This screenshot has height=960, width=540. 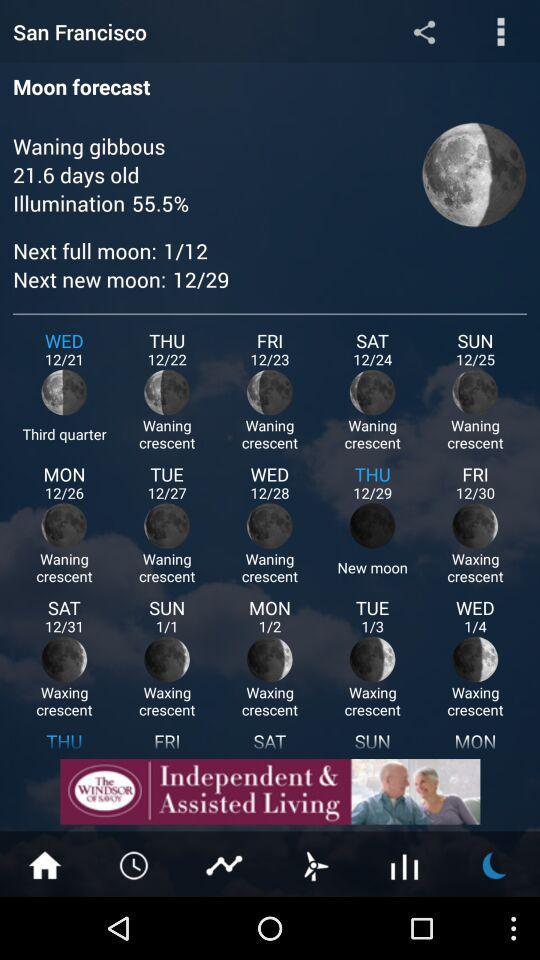 What do you see at coordinates (270, 791) in the screenshot?
I see `advertisement area` at bounding box center [270, 791].